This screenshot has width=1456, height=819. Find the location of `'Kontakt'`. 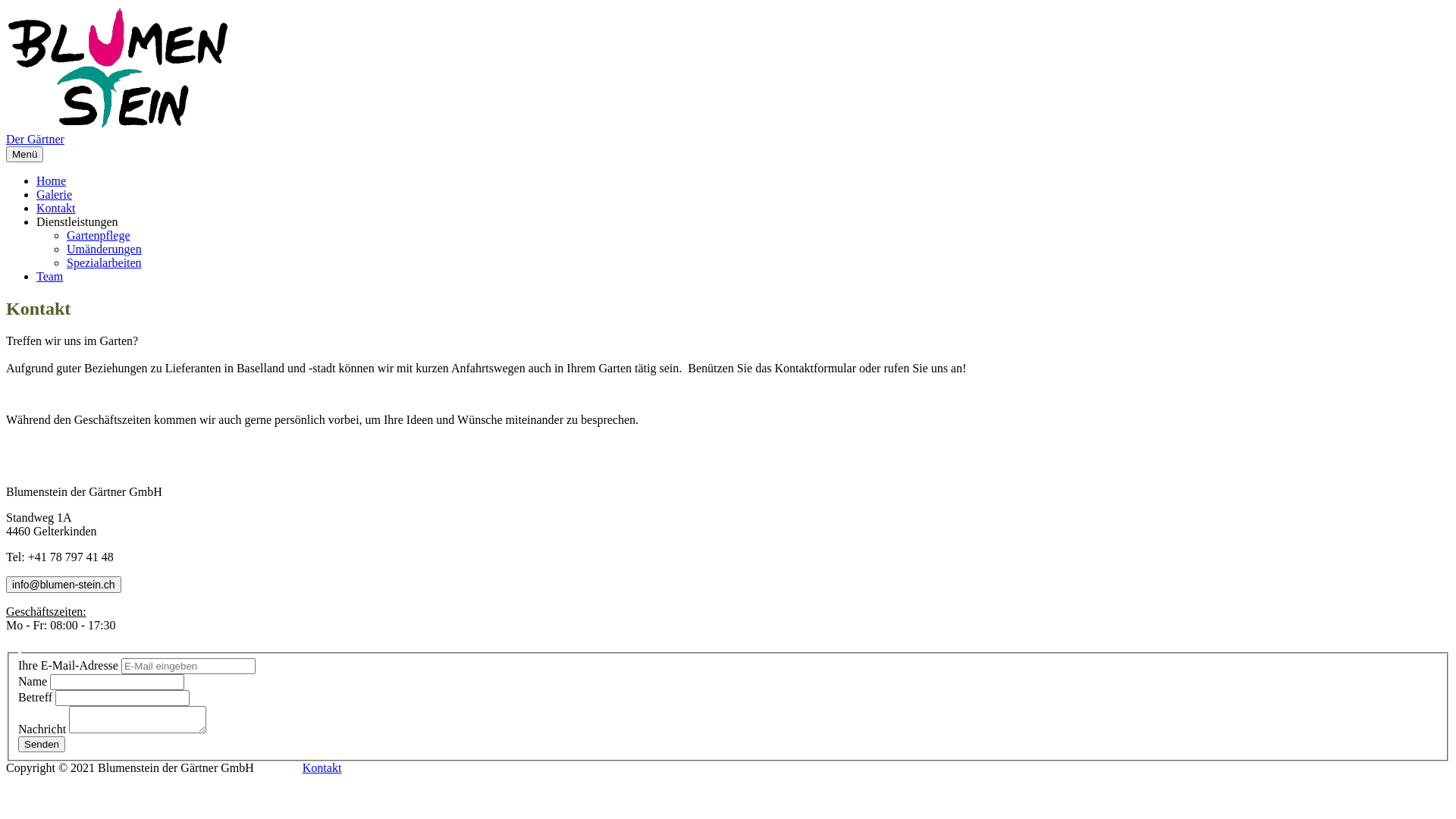

'Kontakt' is located at coordinates (36, 208).